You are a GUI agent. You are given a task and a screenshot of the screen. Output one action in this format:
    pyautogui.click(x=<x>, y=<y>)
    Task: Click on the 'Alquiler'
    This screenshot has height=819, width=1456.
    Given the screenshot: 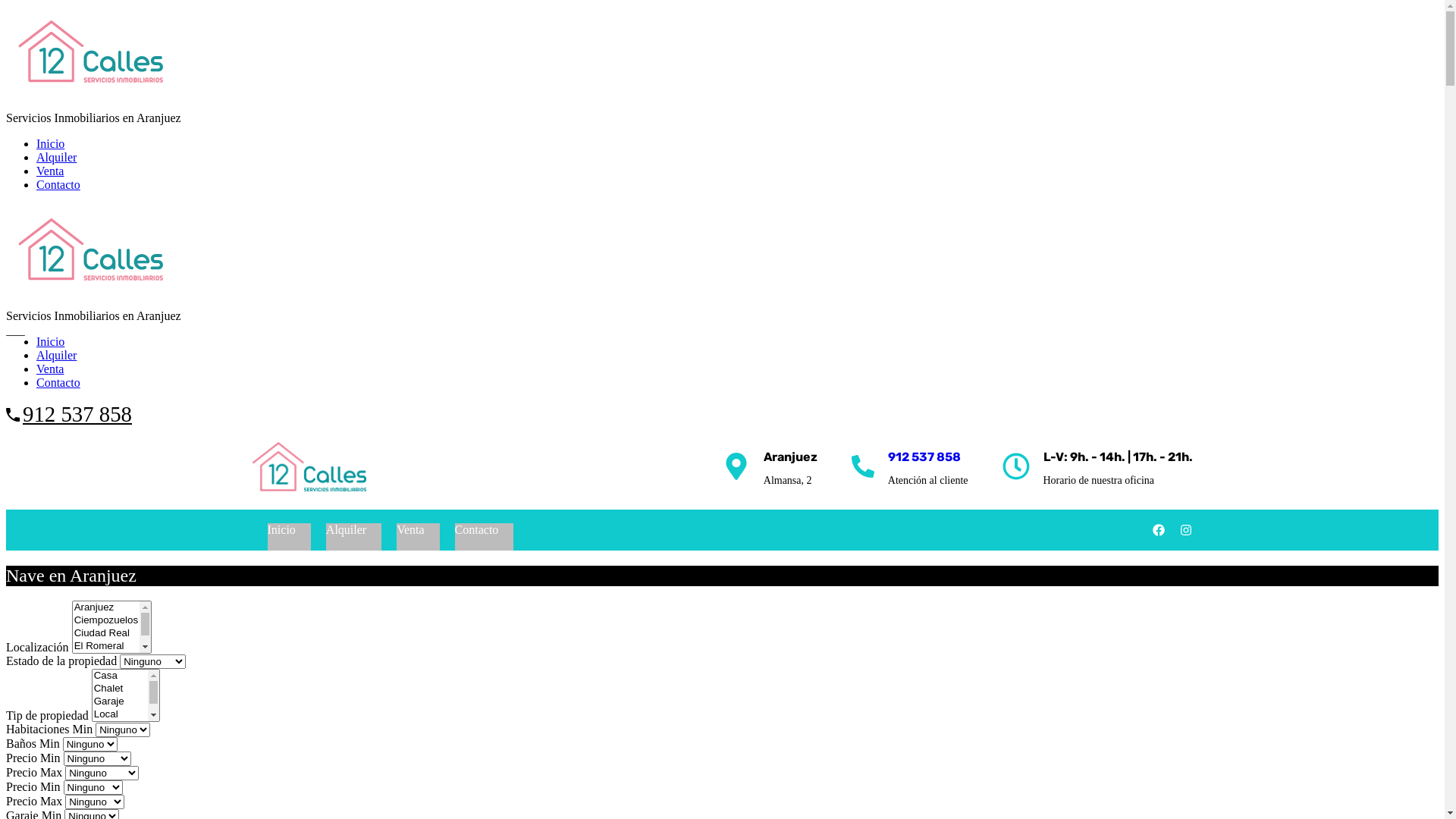 What is the action you would take?
    pyautogui.click(x=56, y=355)
    